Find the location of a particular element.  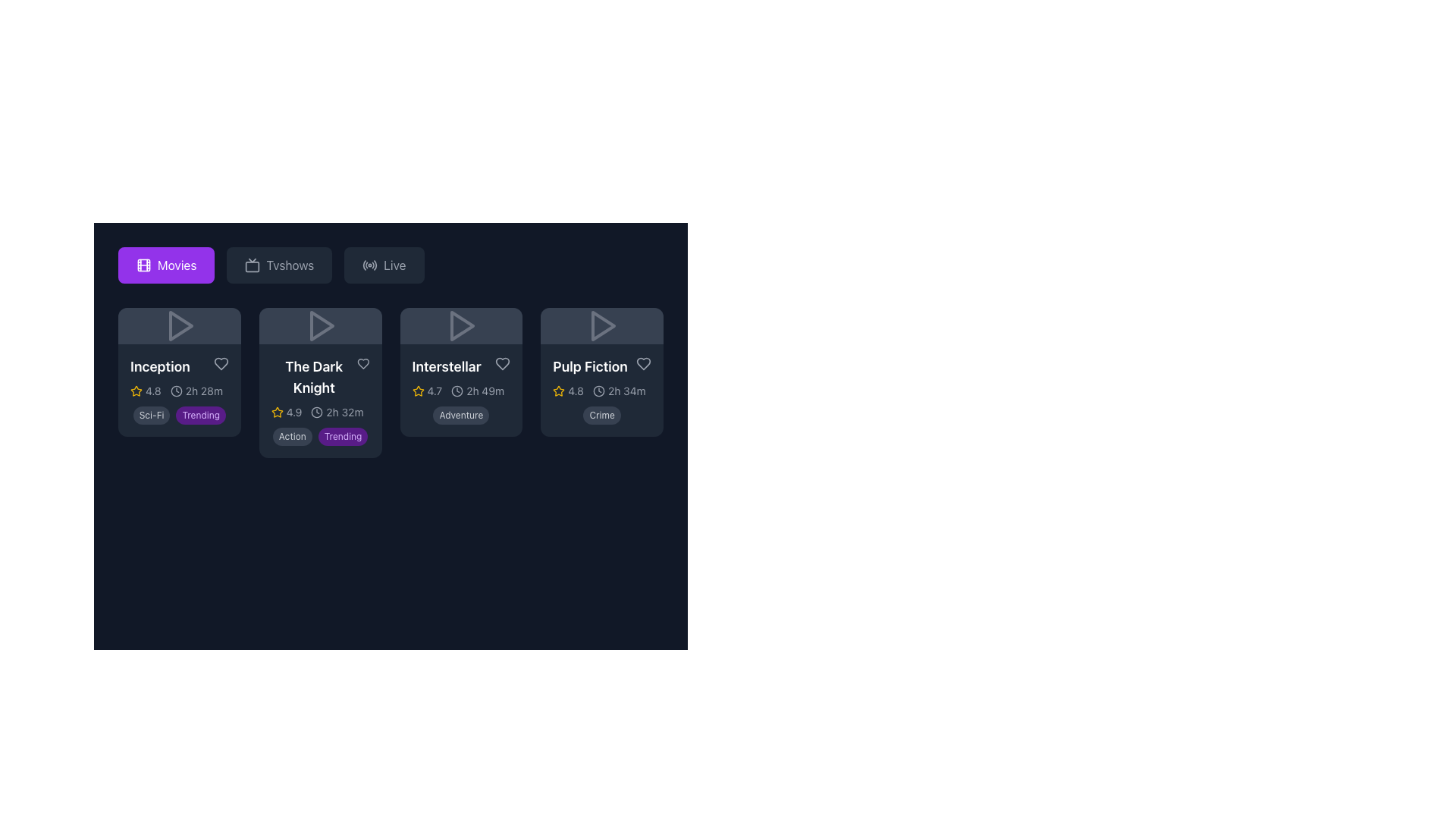

the 'Tvshows' navigation label is located at coordinates (290, 265).